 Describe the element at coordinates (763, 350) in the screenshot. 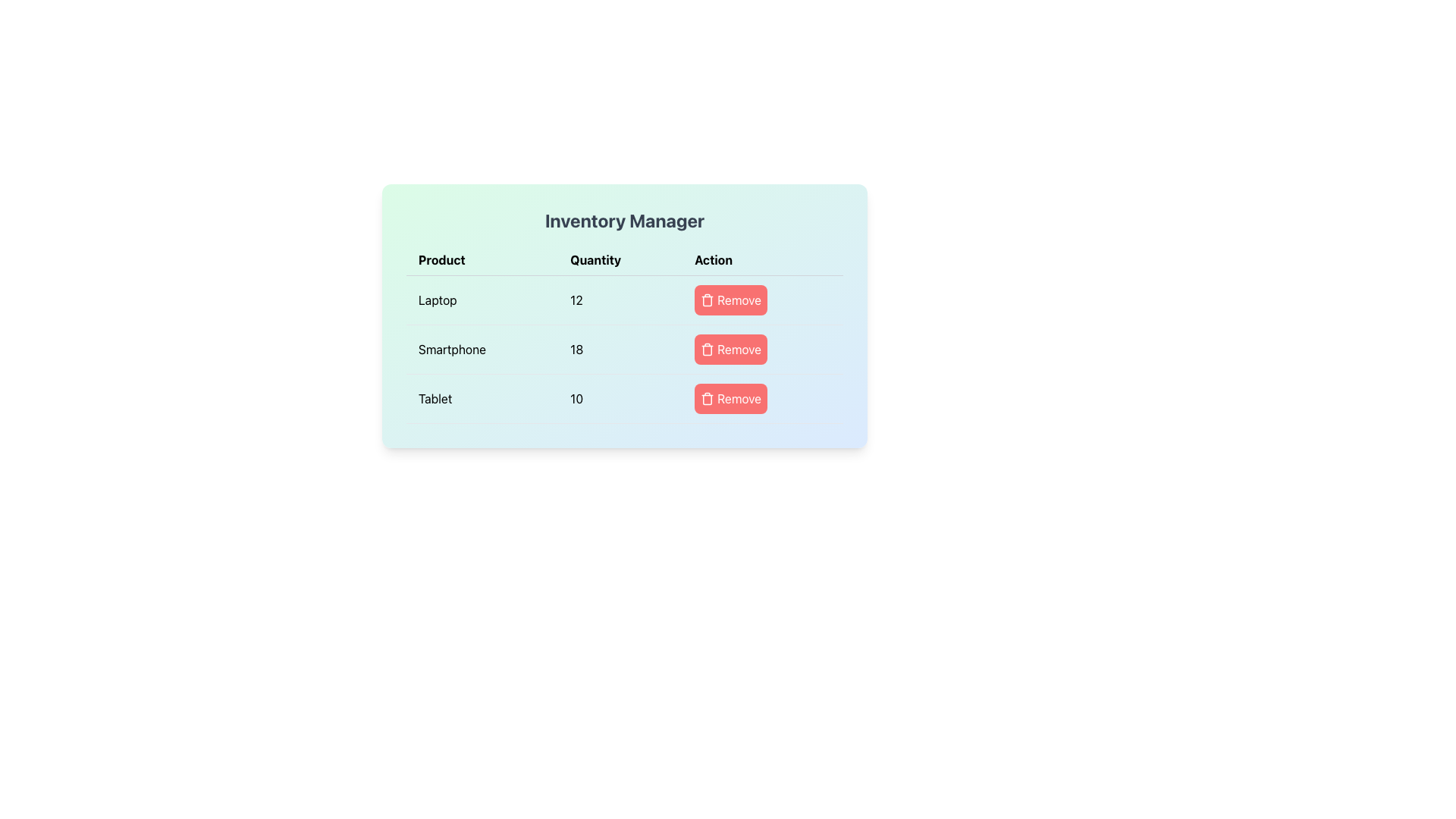

I see `the 'Remove' button with a red background and white text, located in the 'Action' column next to the 'Smartphone' row` at that location.